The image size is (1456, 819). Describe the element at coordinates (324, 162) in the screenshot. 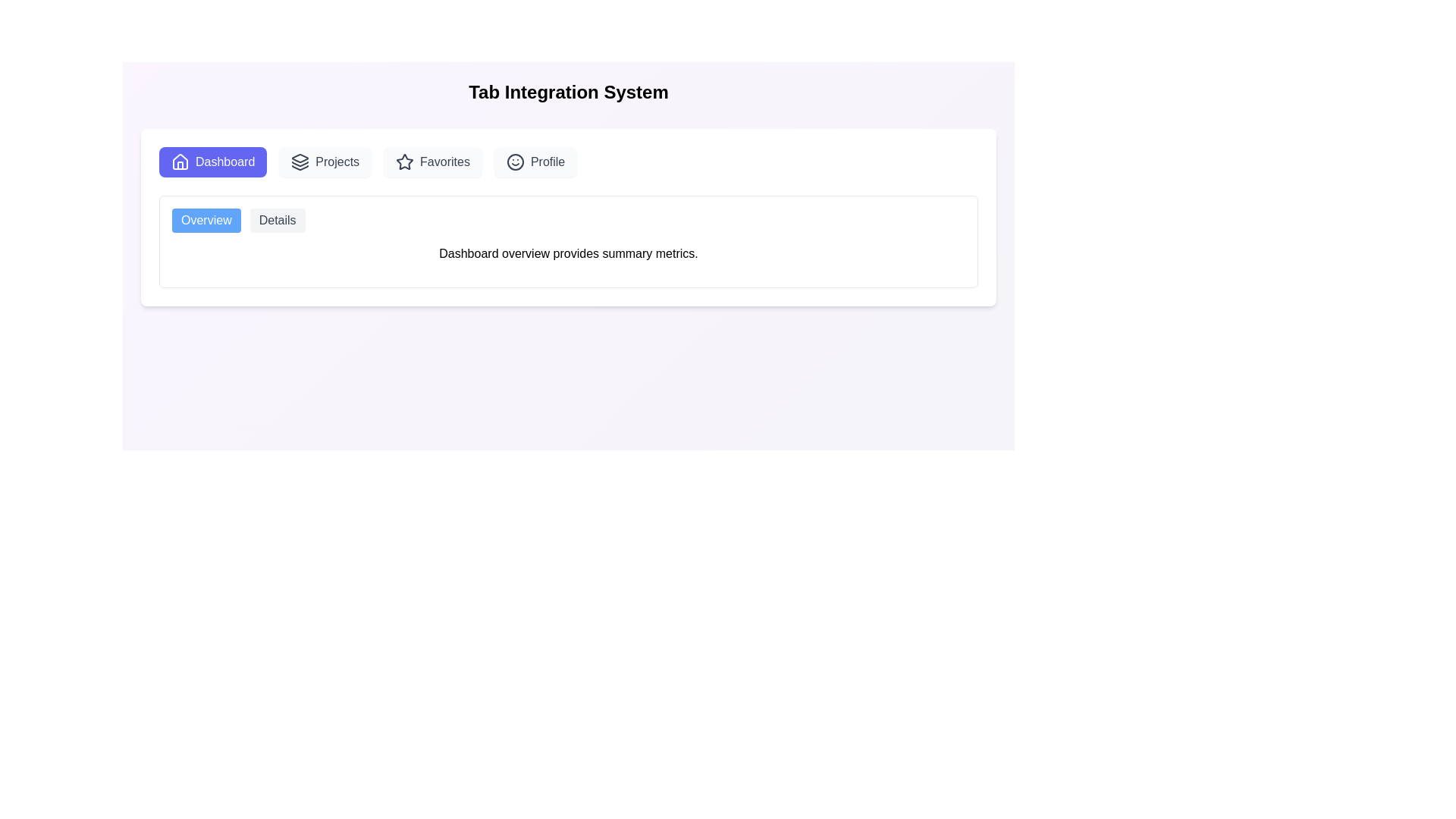

I see `the 'Projects' tab in the horizontal navigation menu` at that location.